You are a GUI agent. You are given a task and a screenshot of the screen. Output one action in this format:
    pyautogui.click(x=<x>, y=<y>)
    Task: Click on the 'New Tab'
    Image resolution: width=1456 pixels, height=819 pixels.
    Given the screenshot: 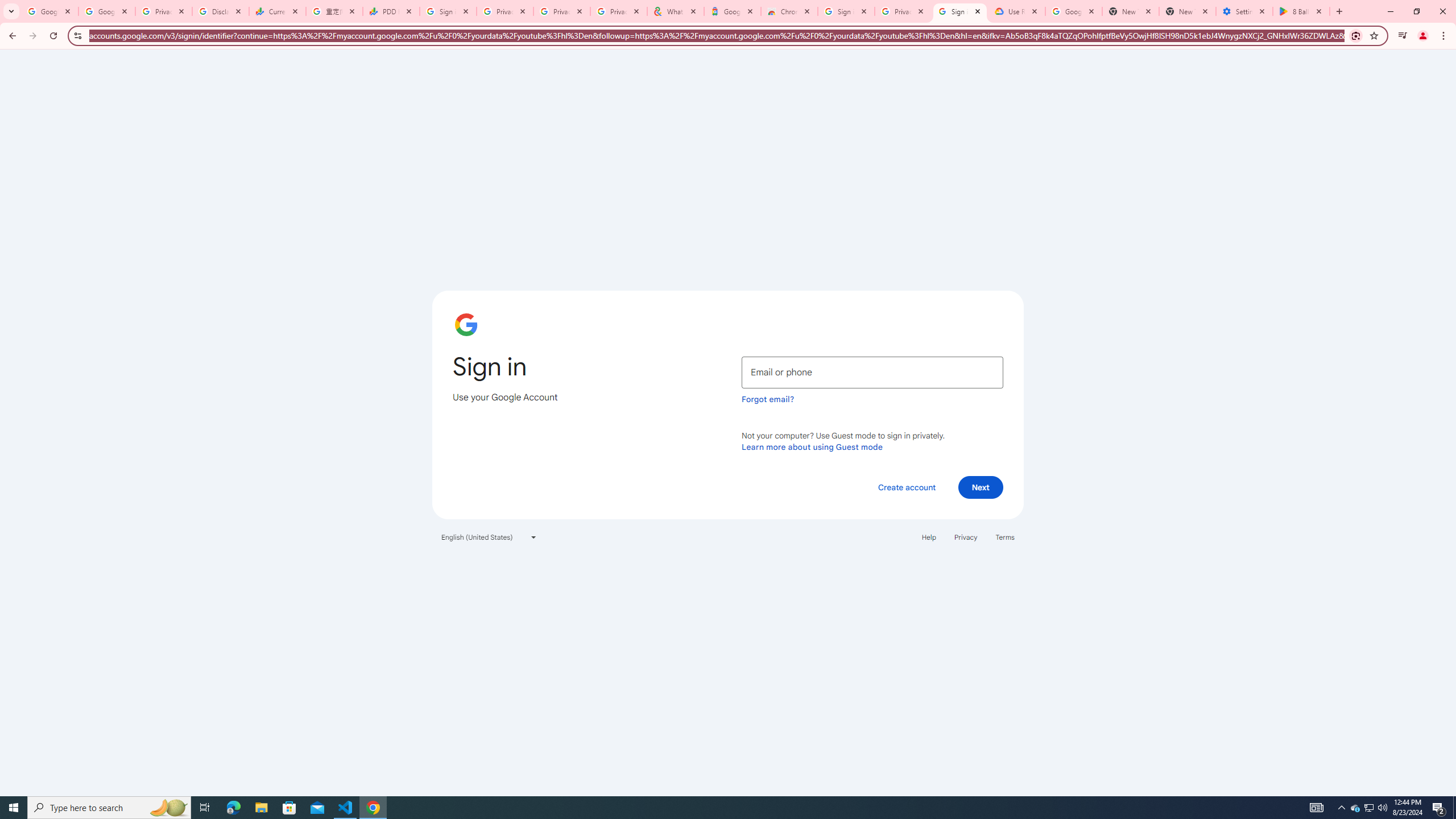 What is the action you would take?
    pyautogui.click(x=1187, y=11)
    